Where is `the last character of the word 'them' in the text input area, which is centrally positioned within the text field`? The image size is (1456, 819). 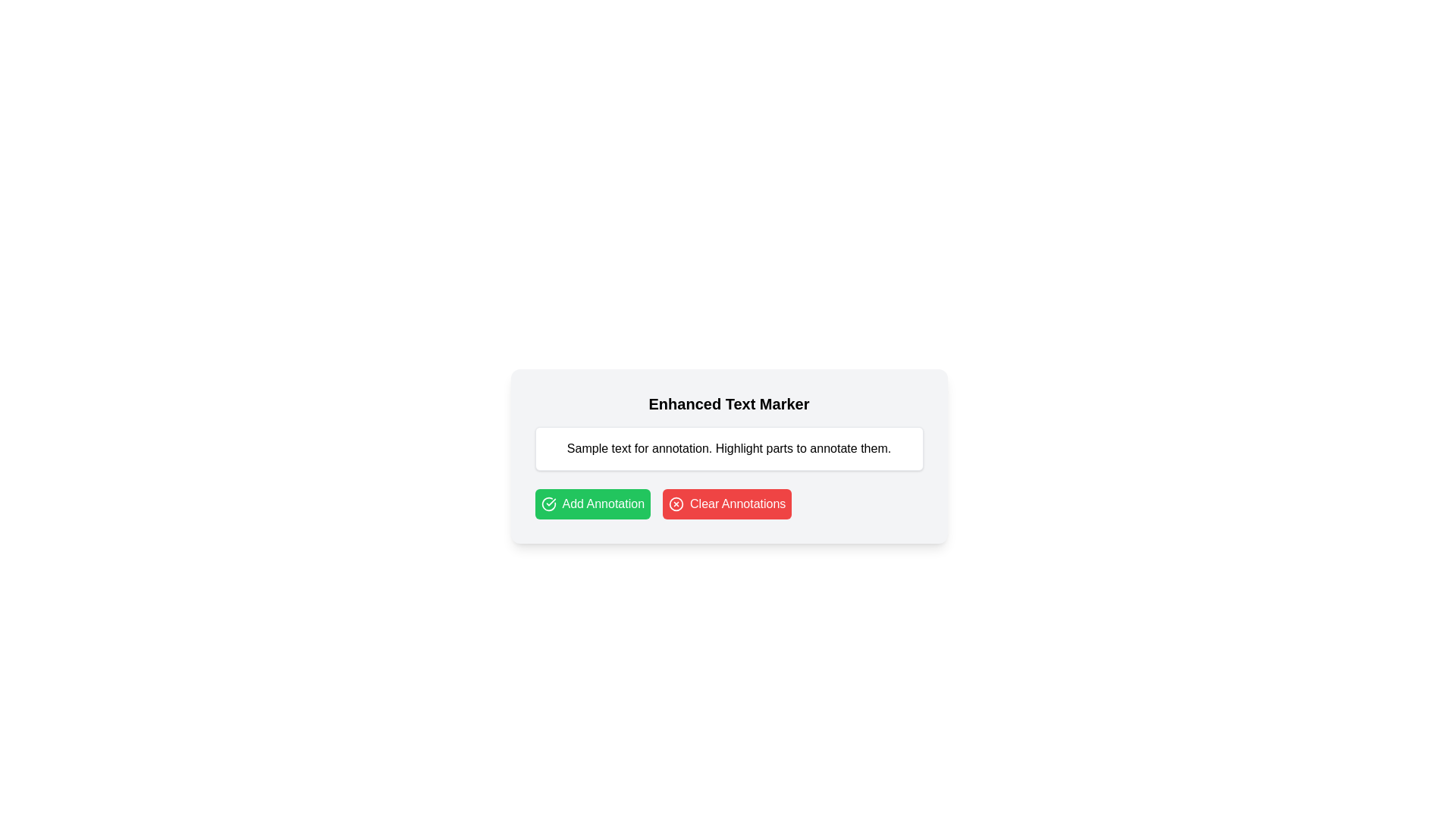 the last character of the word 'them' in the text input area, which is centrally positioned within the text field is located at coordinates (874, 447).